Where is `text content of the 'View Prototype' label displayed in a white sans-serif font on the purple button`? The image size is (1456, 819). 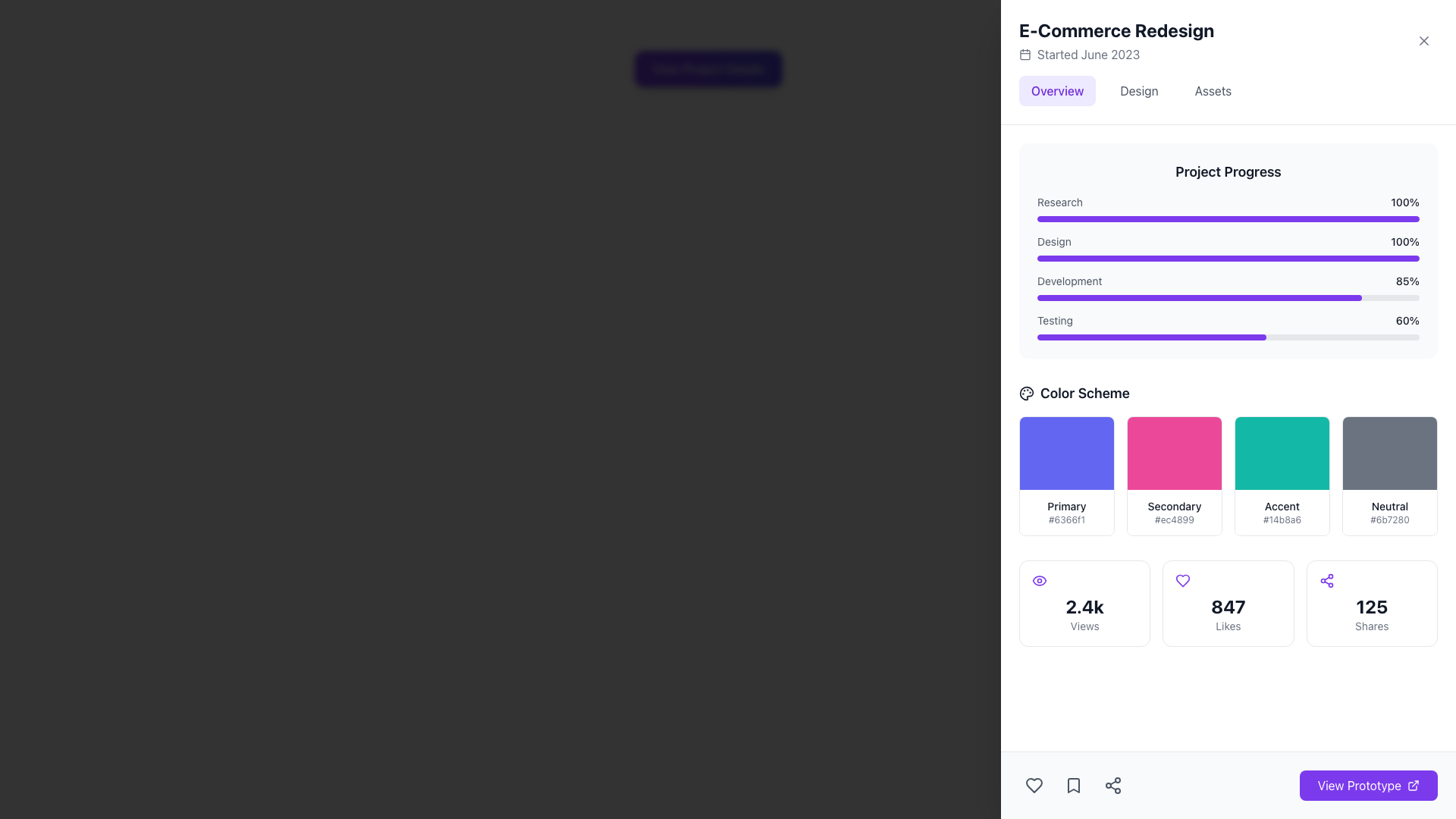
text content of the 'View Prototype' label displayed in a white sans-serif font on the purple button is located at coordinates (1359, 785).